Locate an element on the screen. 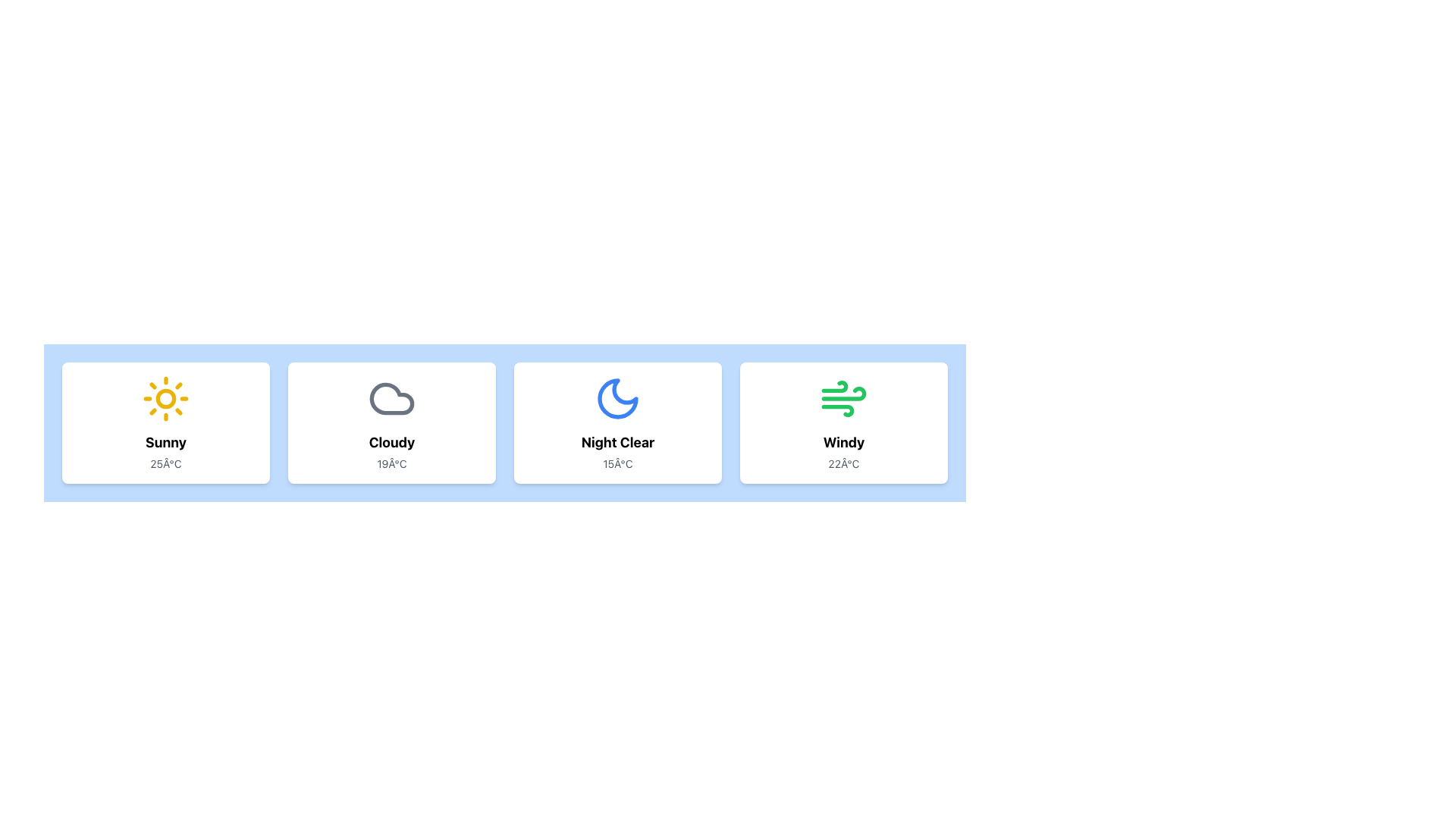 The width and height of the screenshot is (1456, 819). the green icon with dynamic lines resembling wind motion, located in the fourth item of a horizontally aligned card grid, above the label 'Windy.' is located at coordinates (843, 397).